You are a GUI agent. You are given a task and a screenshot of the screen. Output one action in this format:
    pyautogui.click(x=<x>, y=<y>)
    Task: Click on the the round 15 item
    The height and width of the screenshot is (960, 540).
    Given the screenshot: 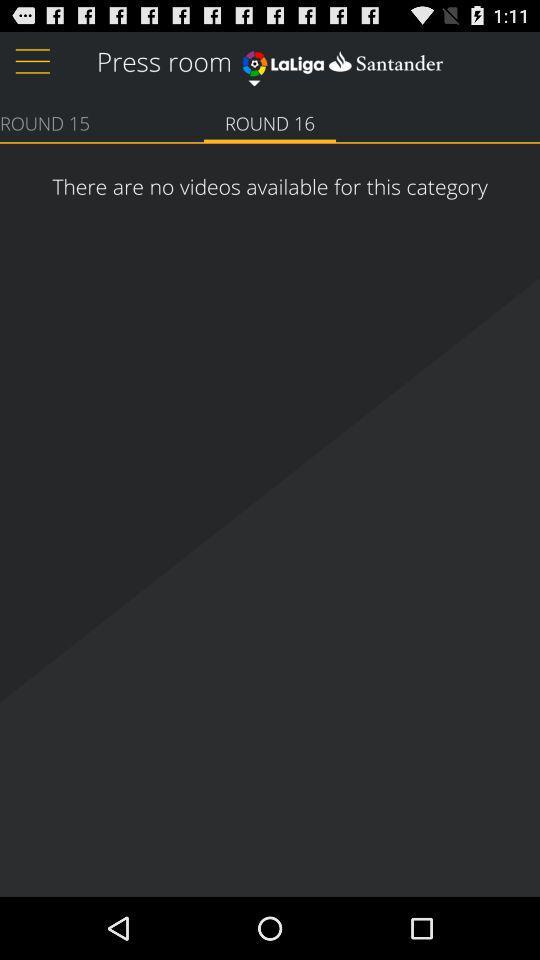 What is the action you would take?
    pyautogui.click(x=44, y=121)
    